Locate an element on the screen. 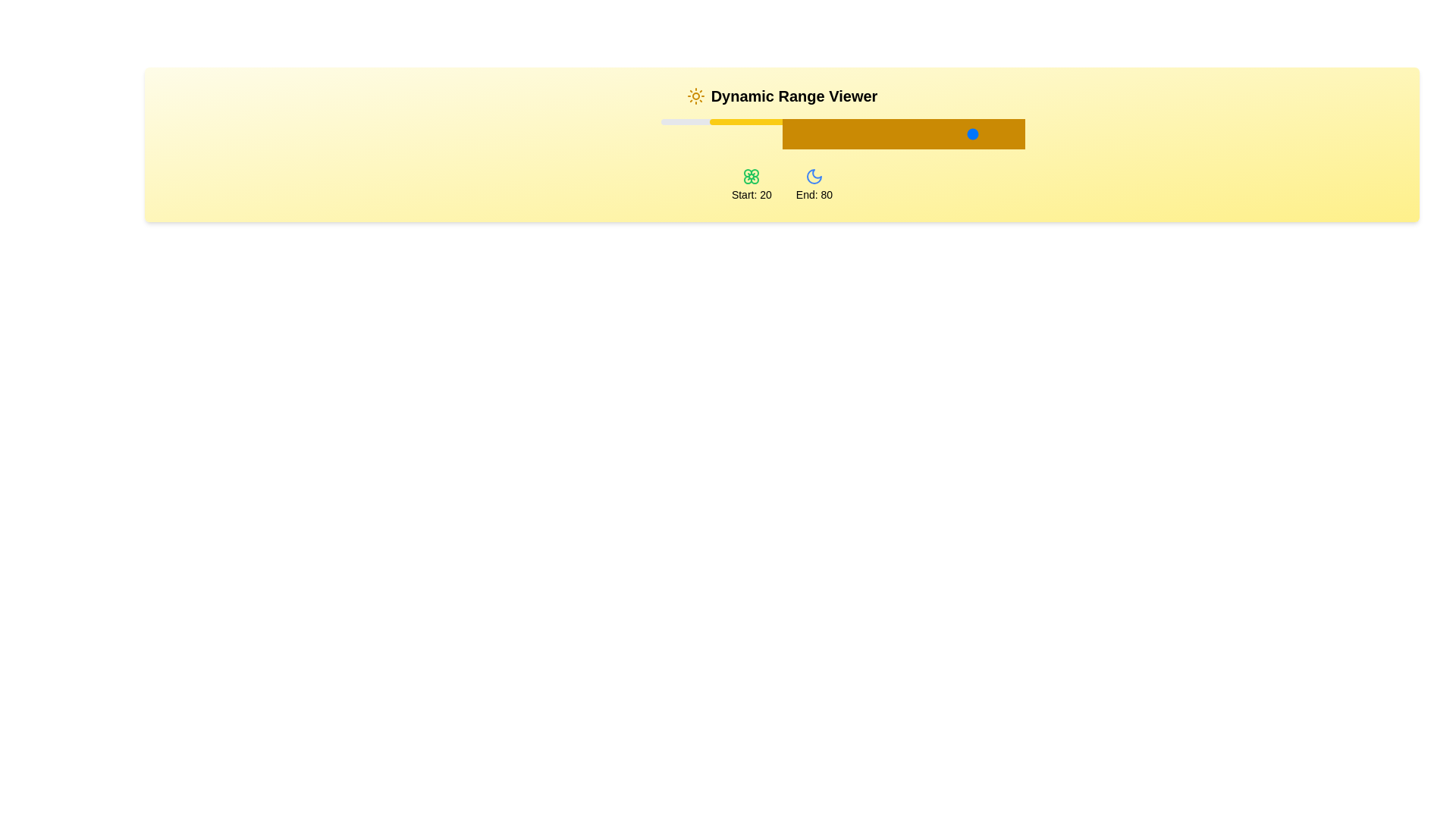 The height and width of the screenshot is (819, 1456). the slider value is located at coordinates (889, 133).